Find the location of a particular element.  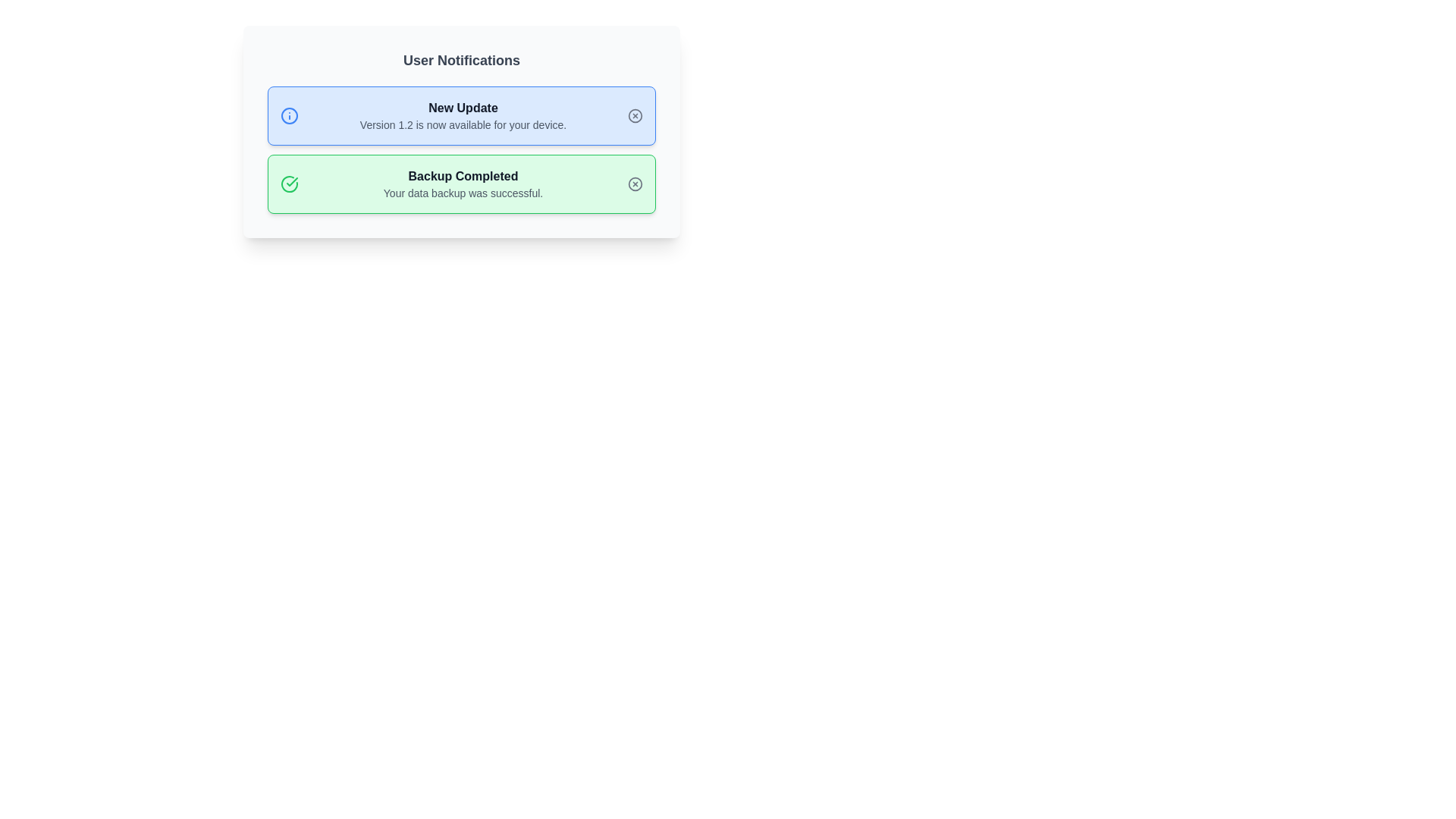

circular green checkmark icon located on the left side of the 'Backup Completed' notification panel to view its structure and attributes is located at coordinates (290, 184).